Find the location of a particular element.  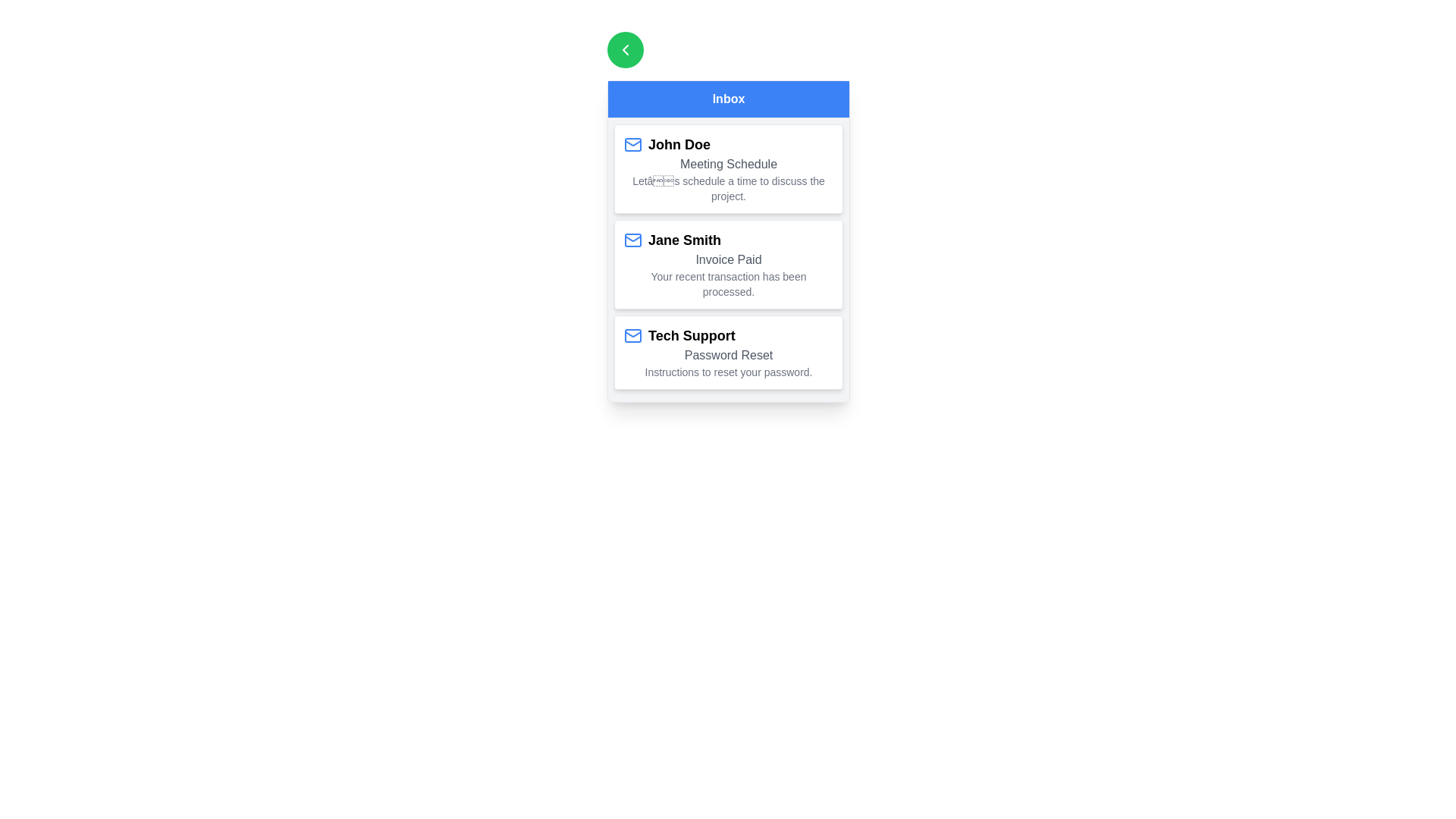

the email item corresponding to John Doe is located at coordinates (728, 169).